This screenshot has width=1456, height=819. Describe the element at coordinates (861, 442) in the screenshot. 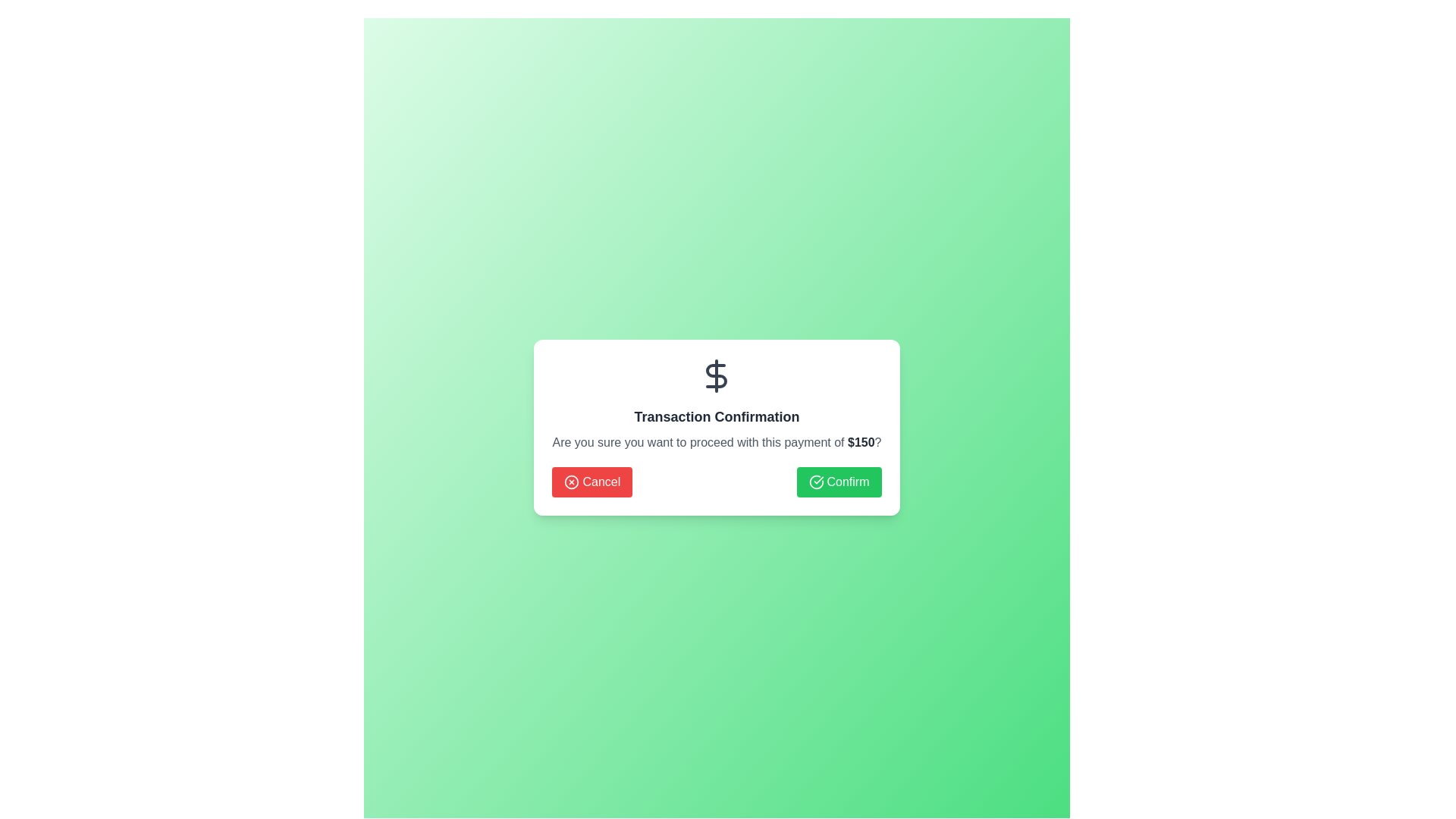

I see `amount displayed in the Text label indicating the payment of $150 in the Transaction Confirmation panel, positioned beneath the title and near the Cancel and Confirm buttons` at that location.